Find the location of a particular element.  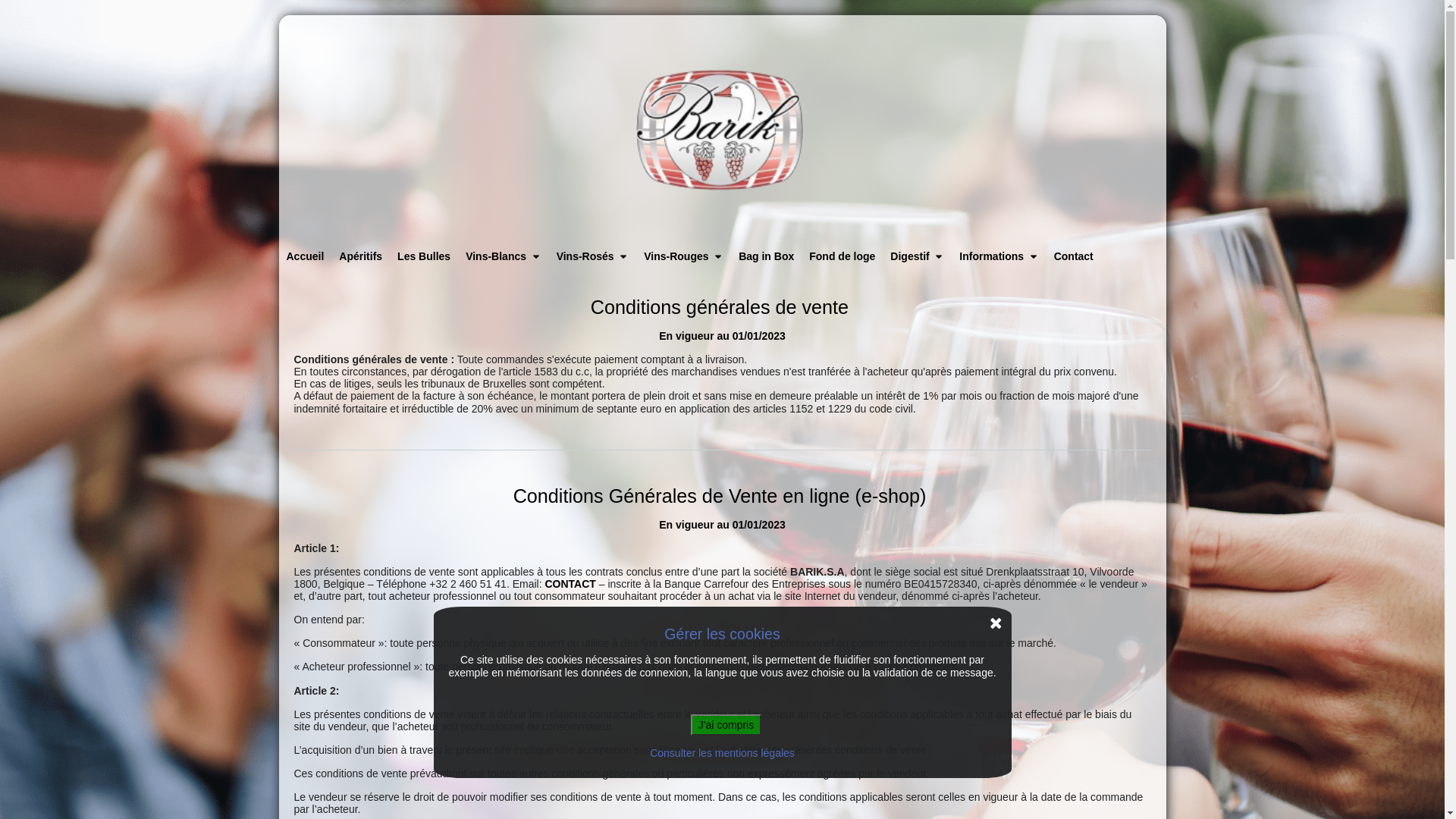

'CONTACT' is located at coordinates (569, 583).